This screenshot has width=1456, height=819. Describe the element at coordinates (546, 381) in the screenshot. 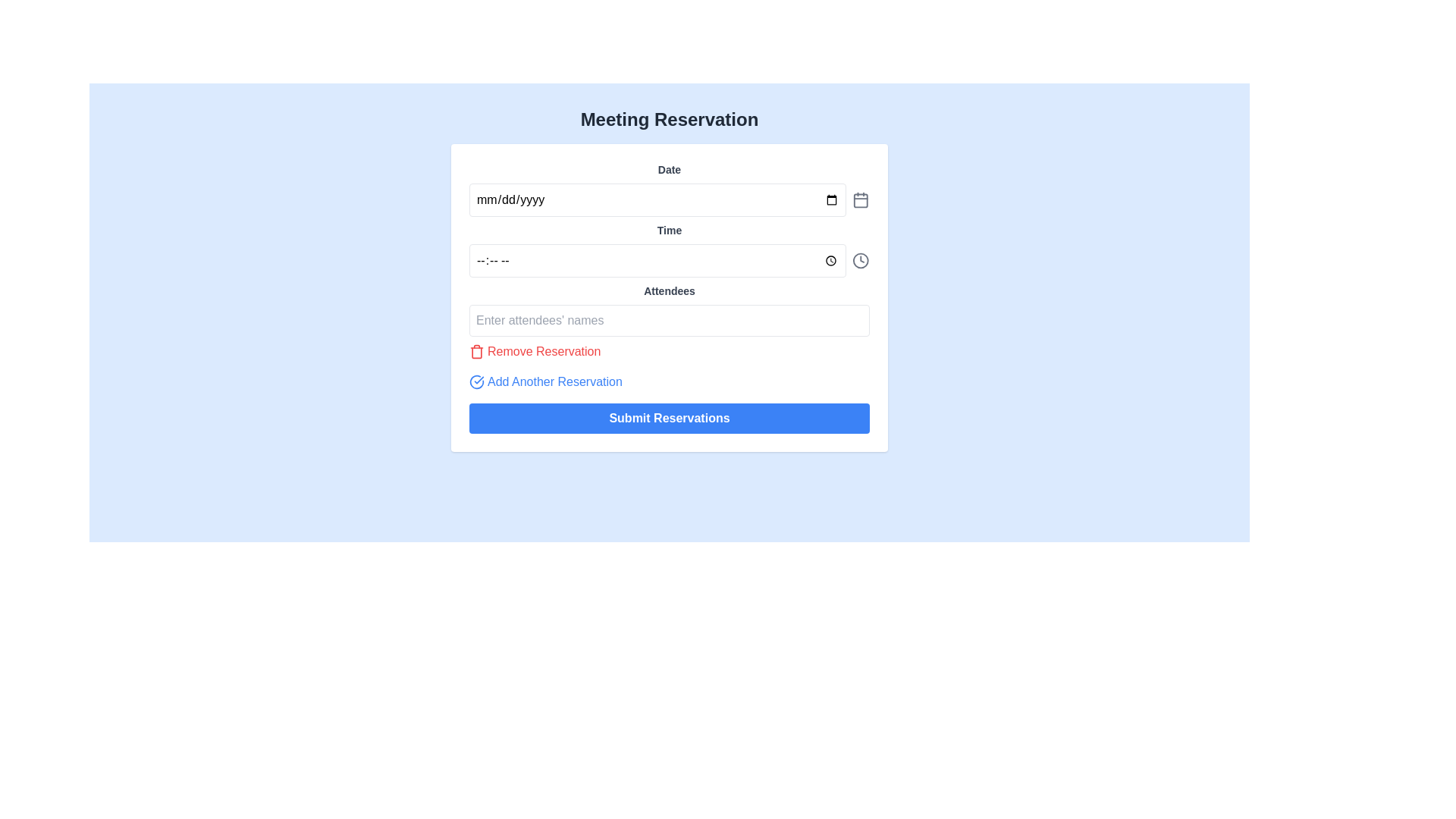

I see `the 'Add Reservation' button located in the 'Meeting Reservation' panel, positioned between the 'Remove Reservation' and 'Submit Reservations' buttons` at that location.